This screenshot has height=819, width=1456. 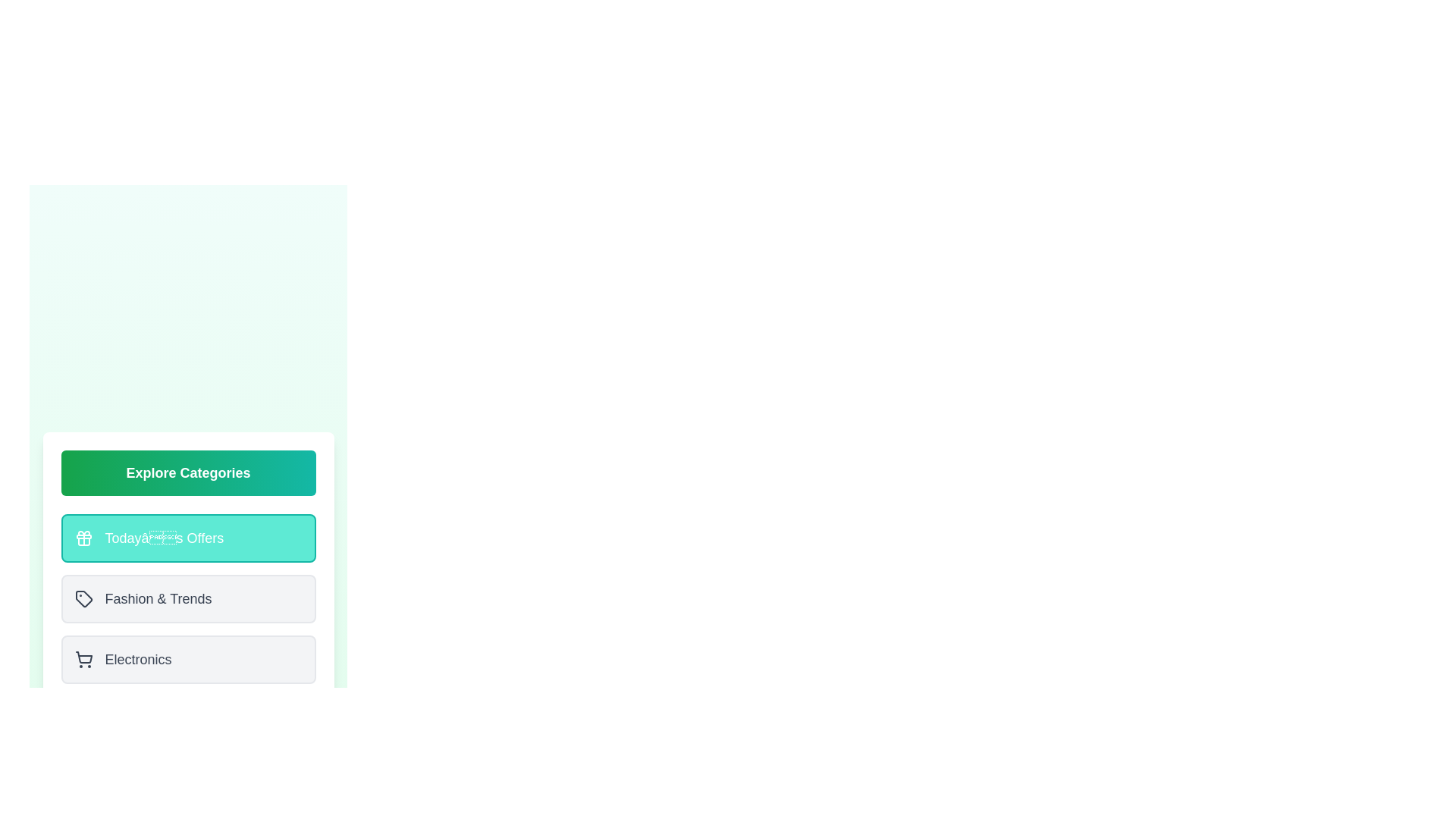 I want to click on the tile corresponding to the category Fashion & Trends to select it, so click(x=187, y=598).